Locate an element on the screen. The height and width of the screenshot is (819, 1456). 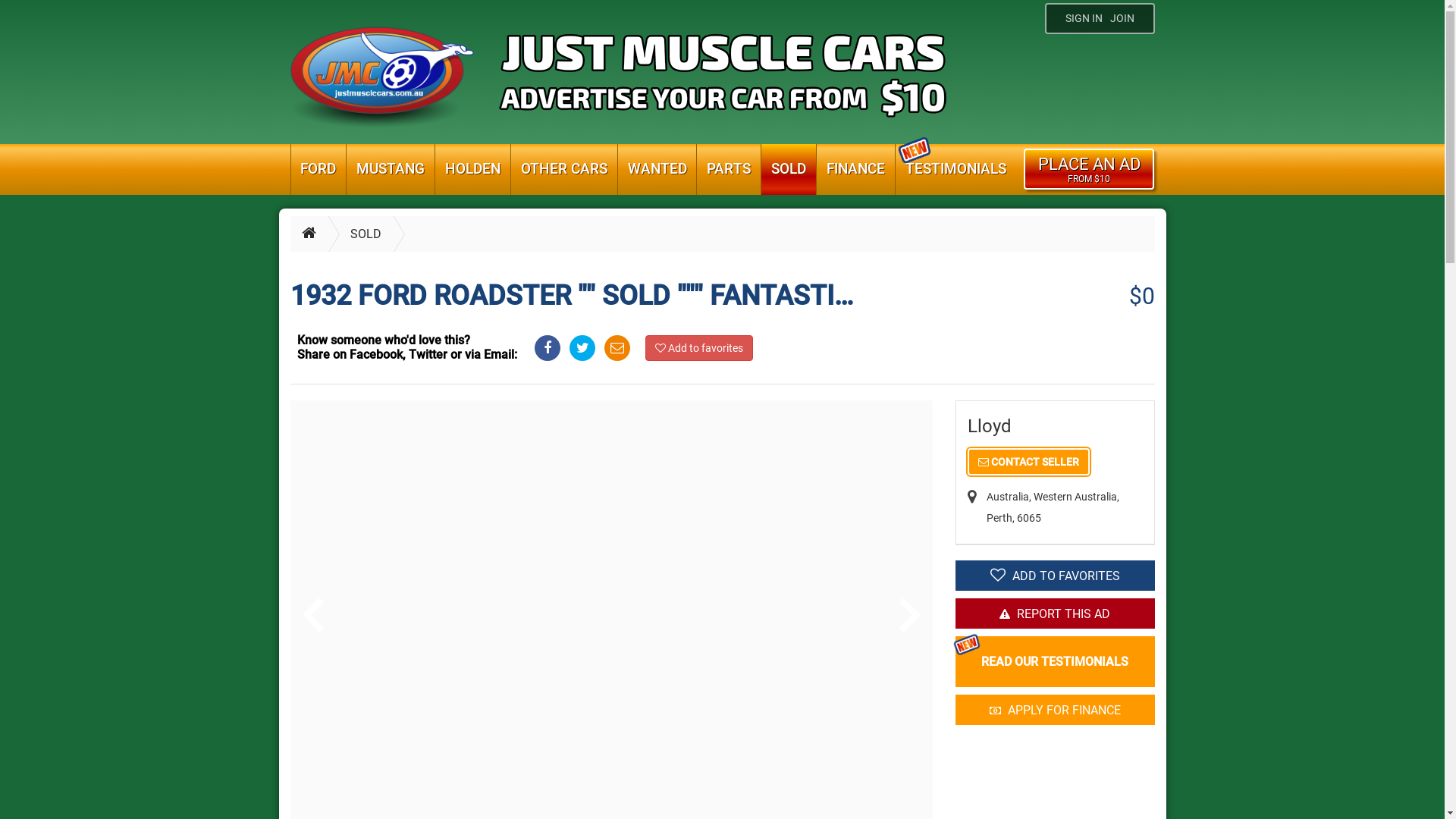
'READ OUR TESTIMONIALS' is located at coordinates (1054, 661).